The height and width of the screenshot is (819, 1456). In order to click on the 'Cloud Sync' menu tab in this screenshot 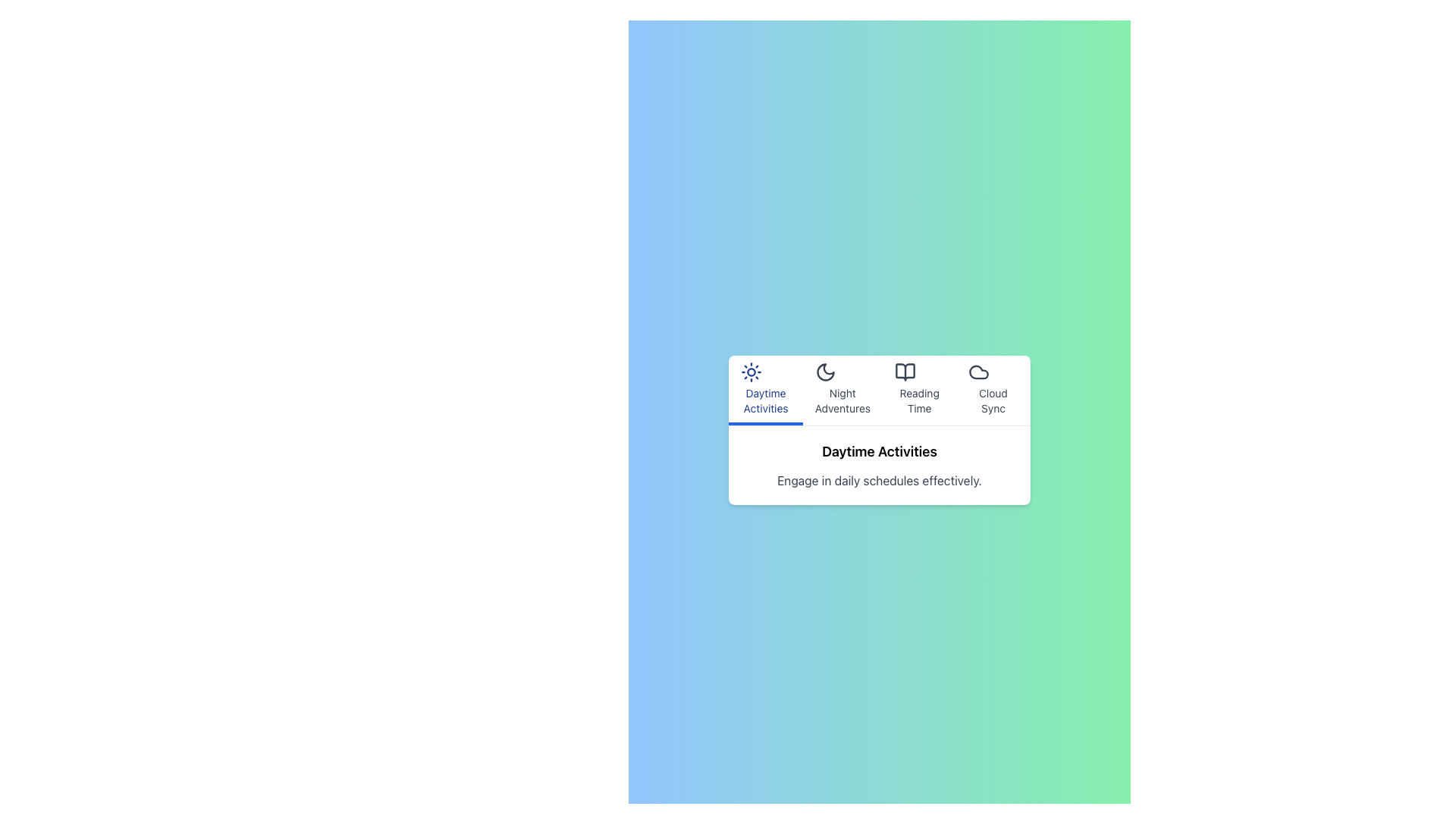, I will do `click(993, 389)`.